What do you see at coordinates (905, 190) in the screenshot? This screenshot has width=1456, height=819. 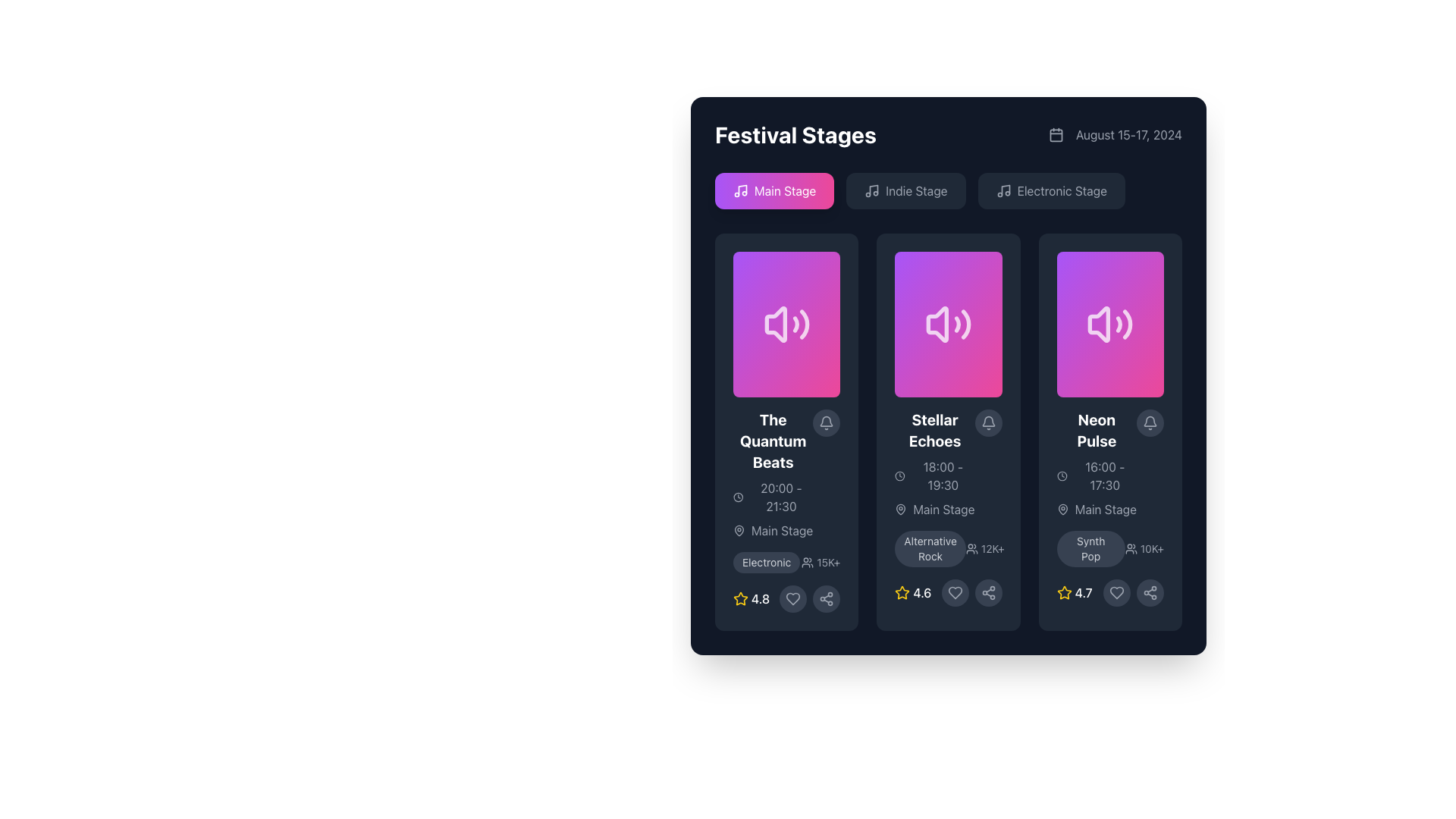 I see `the 'Indie Stage' button, which is the second option in a row of three stage options, to filter events by this stage` at bounding box center [905, 190].